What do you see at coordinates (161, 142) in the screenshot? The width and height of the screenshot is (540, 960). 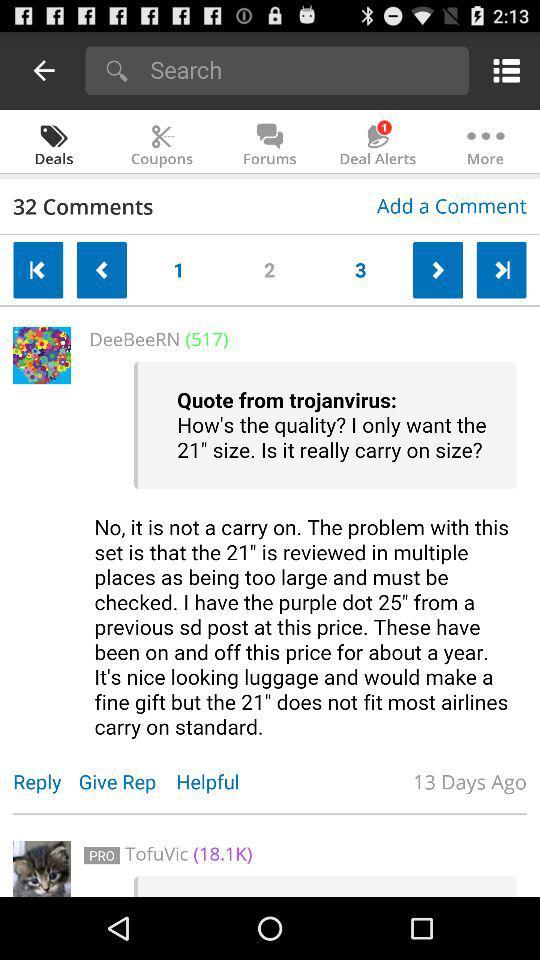 I see `the option coupons which is beside the deals` at bounding box center [161, 142].